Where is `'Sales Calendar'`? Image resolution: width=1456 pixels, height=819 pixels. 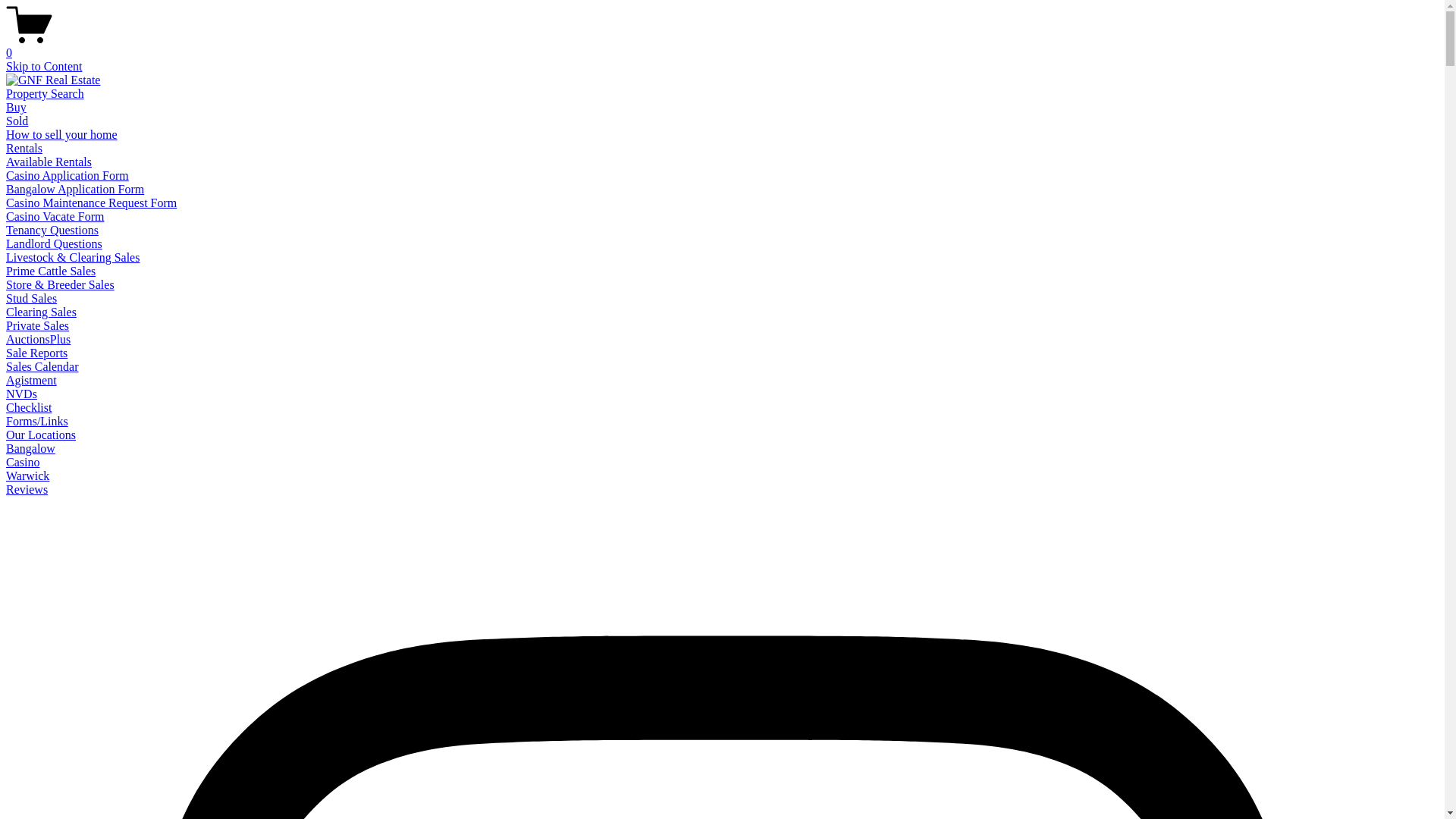 'Sales Calendar' is located at coordinates (42, 366).